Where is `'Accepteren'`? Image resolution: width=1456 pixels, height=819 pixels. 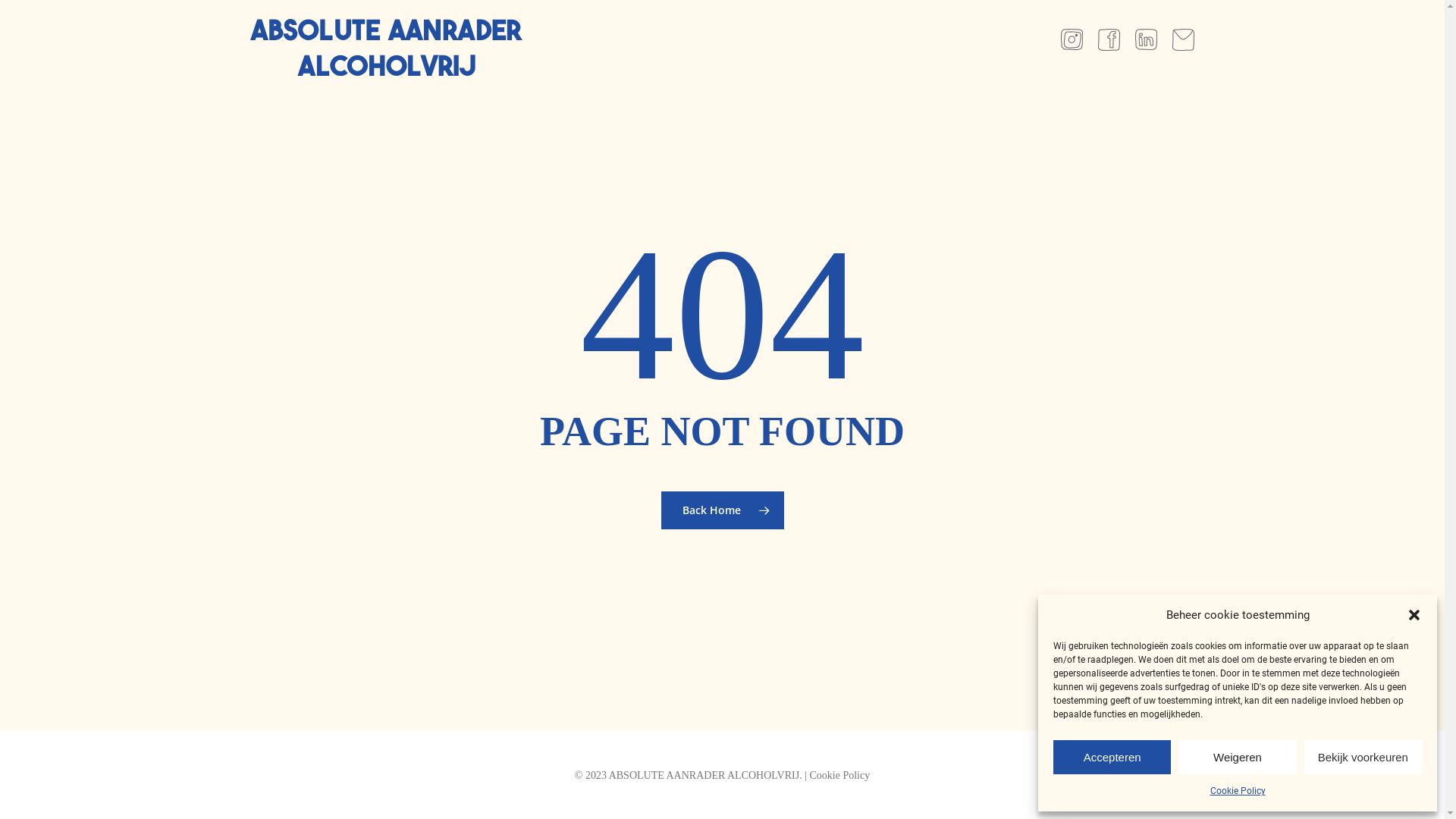
'Accepteren' is located at coordinates (1052, 757).